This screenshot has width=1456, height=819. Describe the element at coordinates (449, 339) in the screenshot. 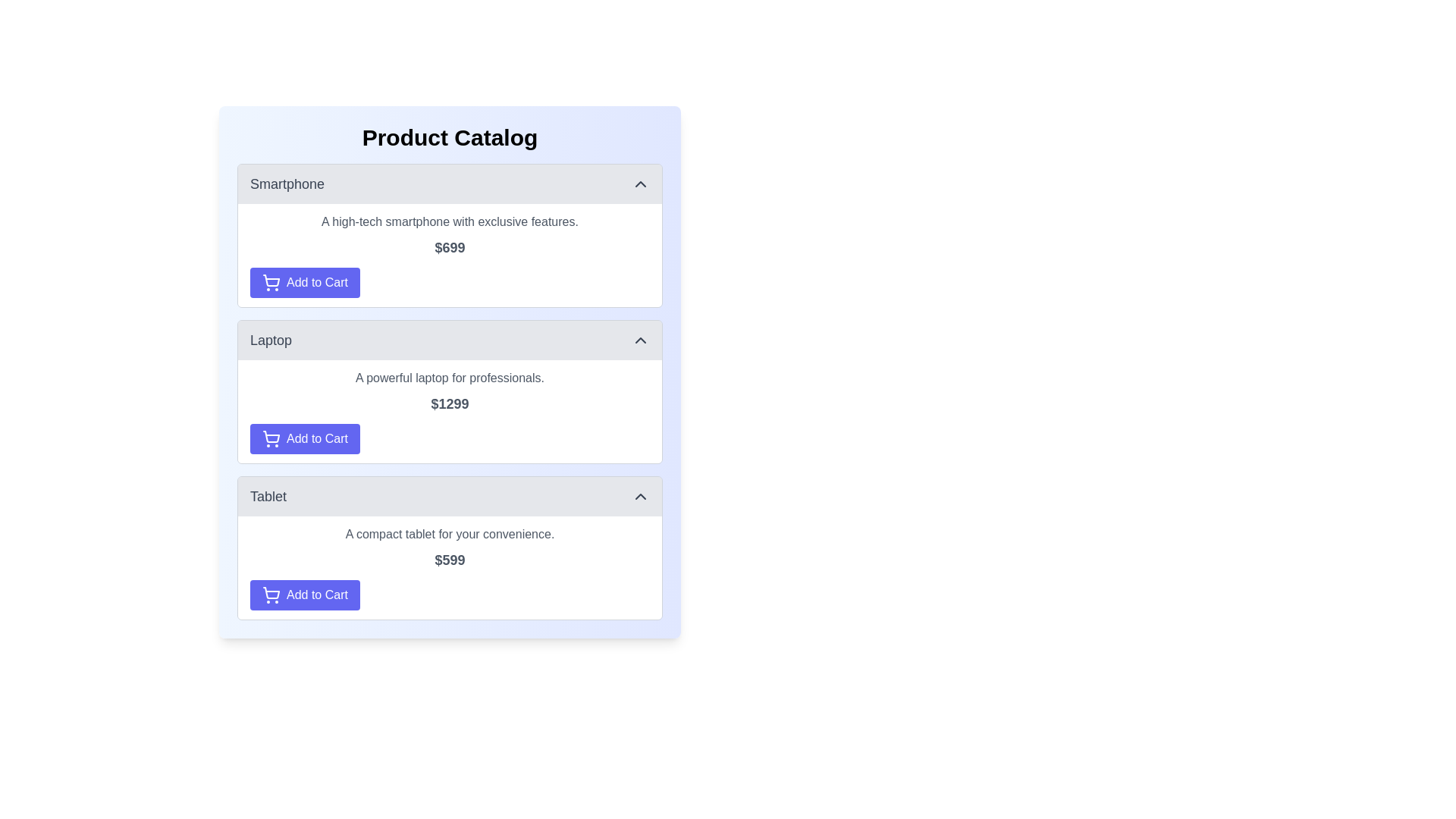

I see `the 'Laptop' button located in the second item of the vertical product catalog` at that location.